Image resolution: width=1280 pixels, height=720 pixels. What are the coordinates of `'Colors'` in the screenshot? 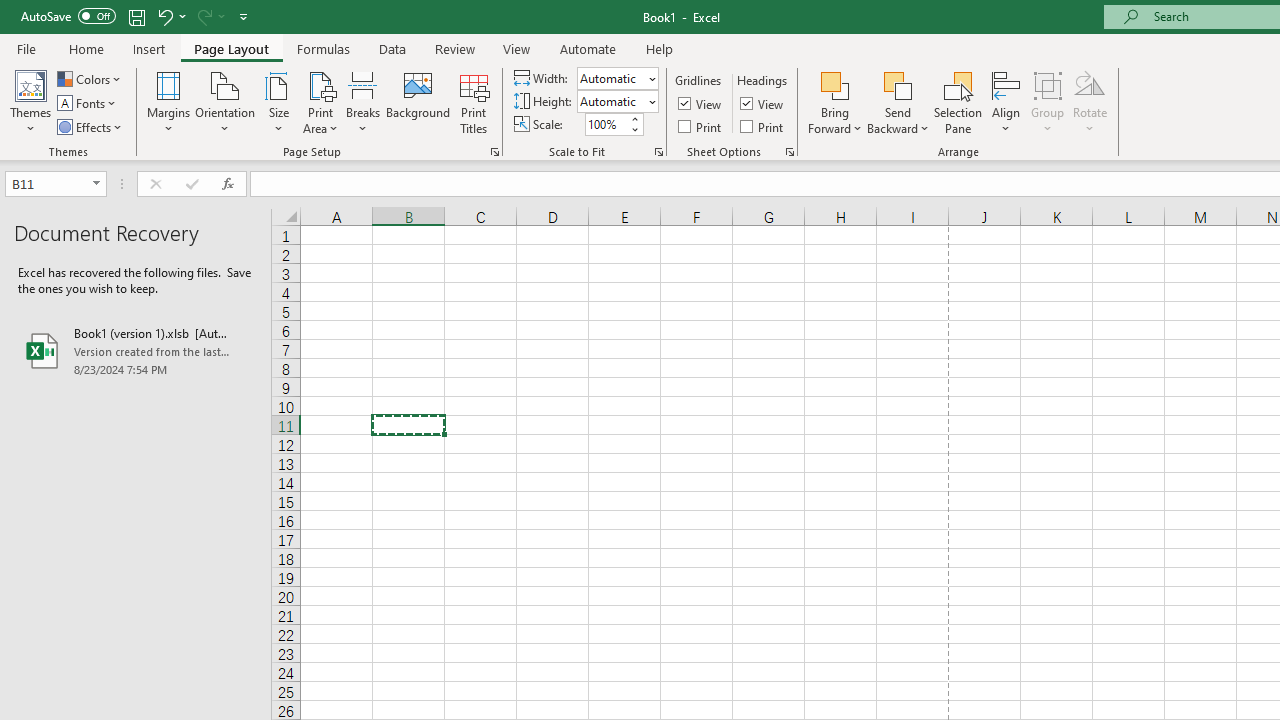 It's located at (89, 78).